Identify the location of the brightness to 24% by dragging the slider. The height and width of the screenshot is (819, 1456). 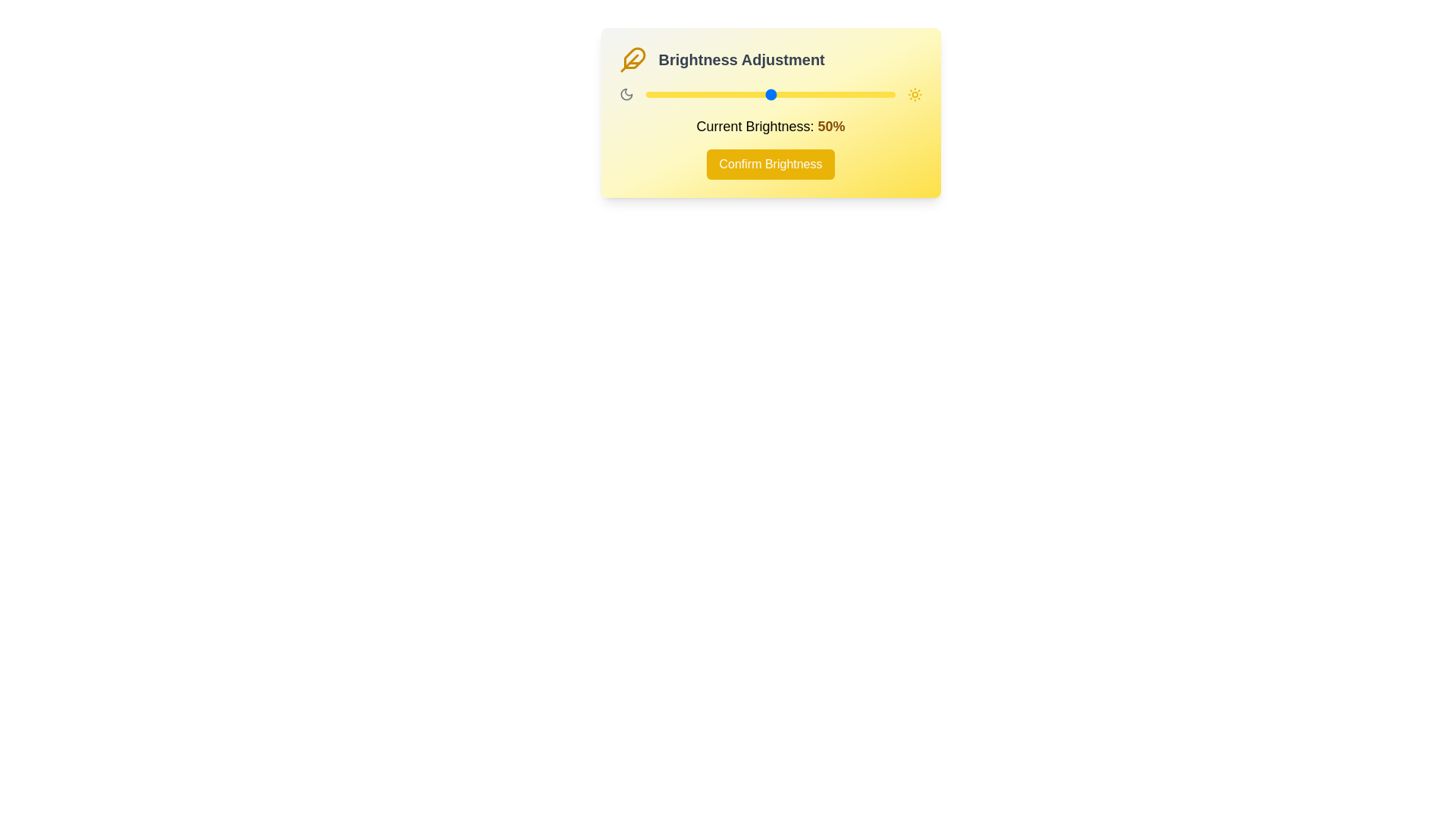
(704, 94).